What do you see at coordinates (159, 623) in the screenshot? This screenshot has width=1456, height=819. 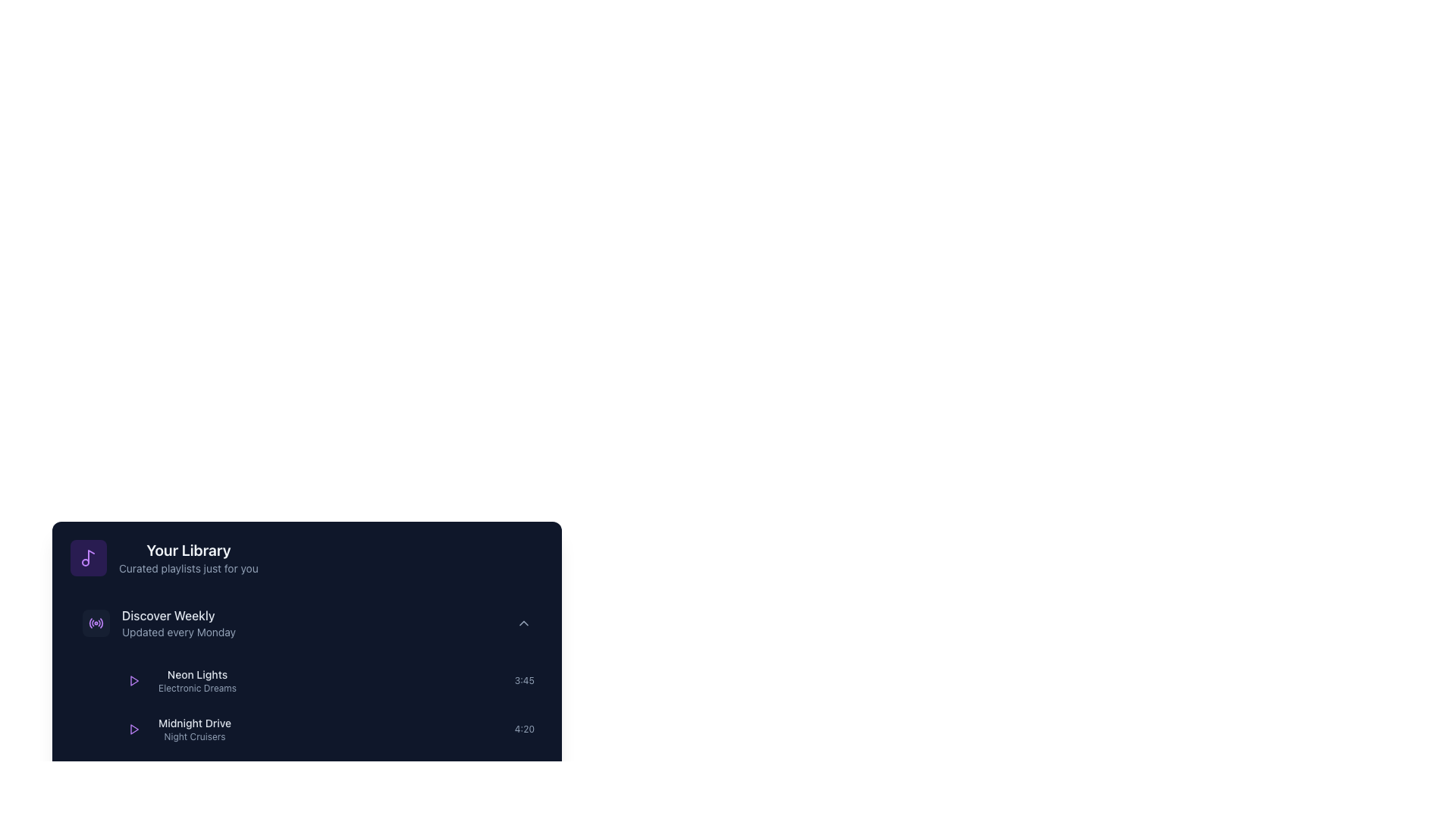 I see `the 'Discover Weekly' playlist item` at bounding box center [159, 623].